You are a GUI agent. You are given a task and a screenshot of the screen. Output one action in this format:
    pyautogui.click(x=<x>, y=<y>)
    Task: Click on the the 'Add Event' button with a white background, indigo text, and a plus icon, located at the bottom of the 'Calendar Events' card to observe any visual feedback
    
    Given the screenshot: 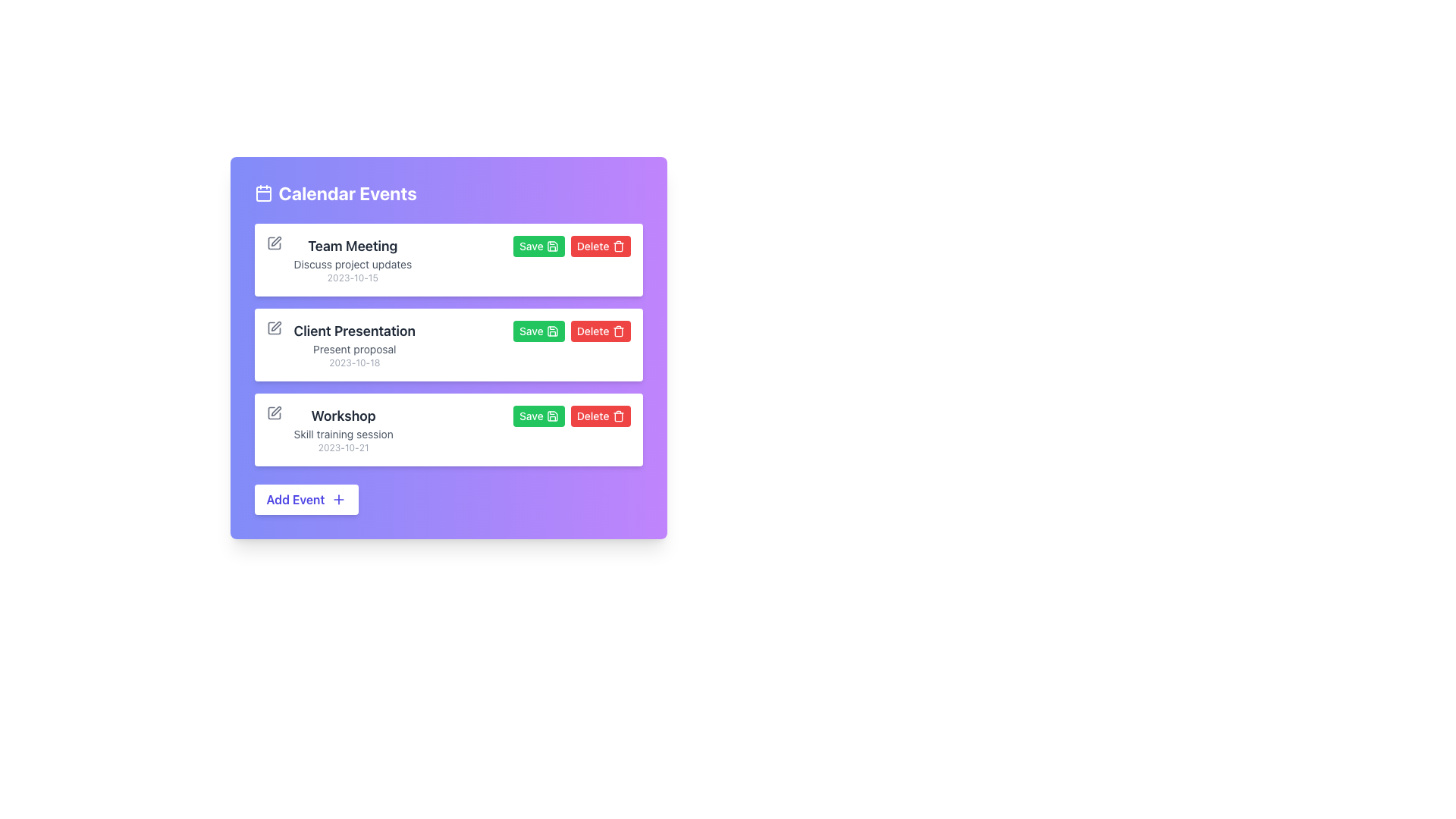 What is the action you would take?
    pyautogui.click(x=305, y=500)
    